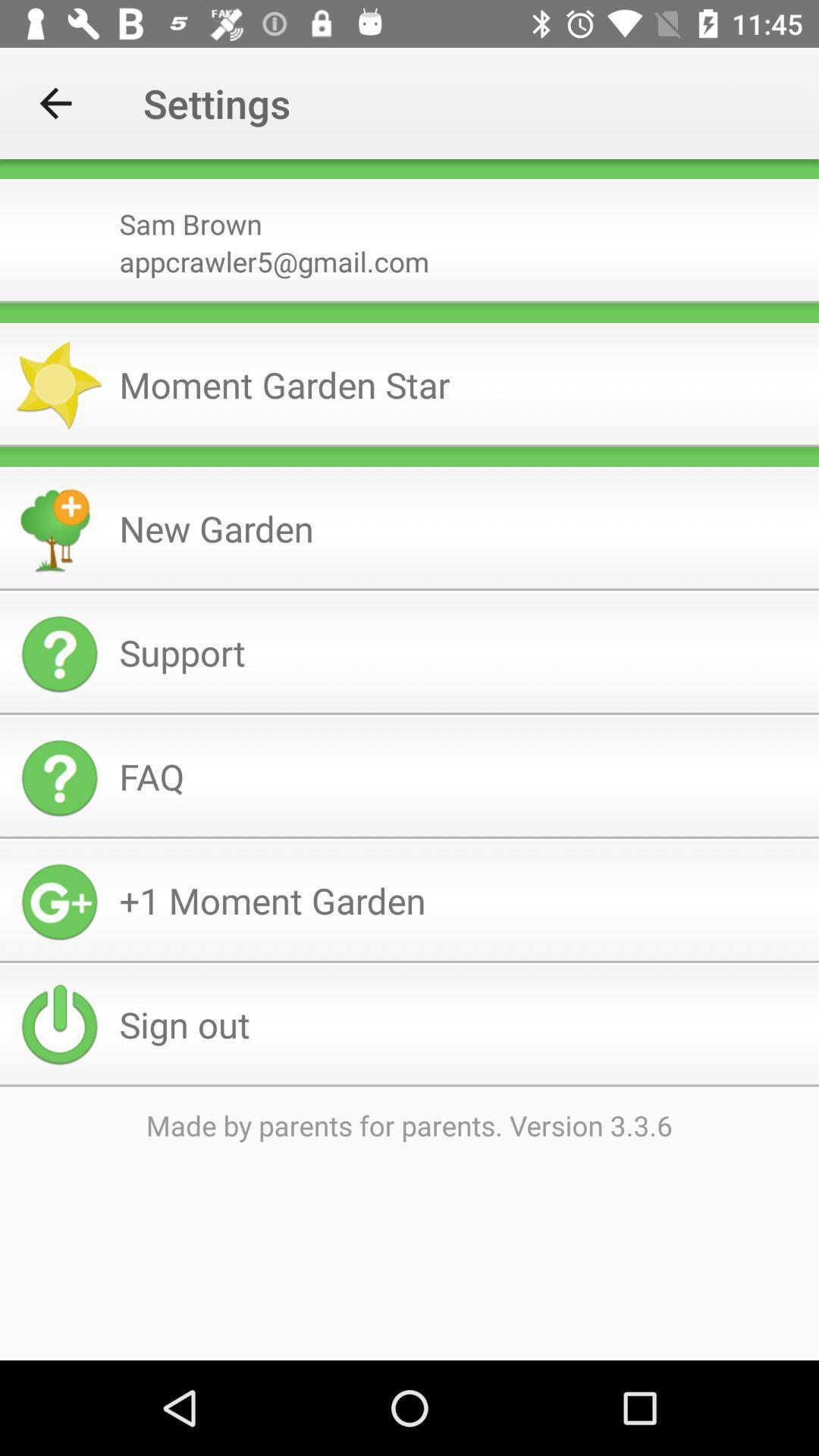  Describe the element at coordinates (462, 529) in the screenshot. I see `new garden icon` at that location.